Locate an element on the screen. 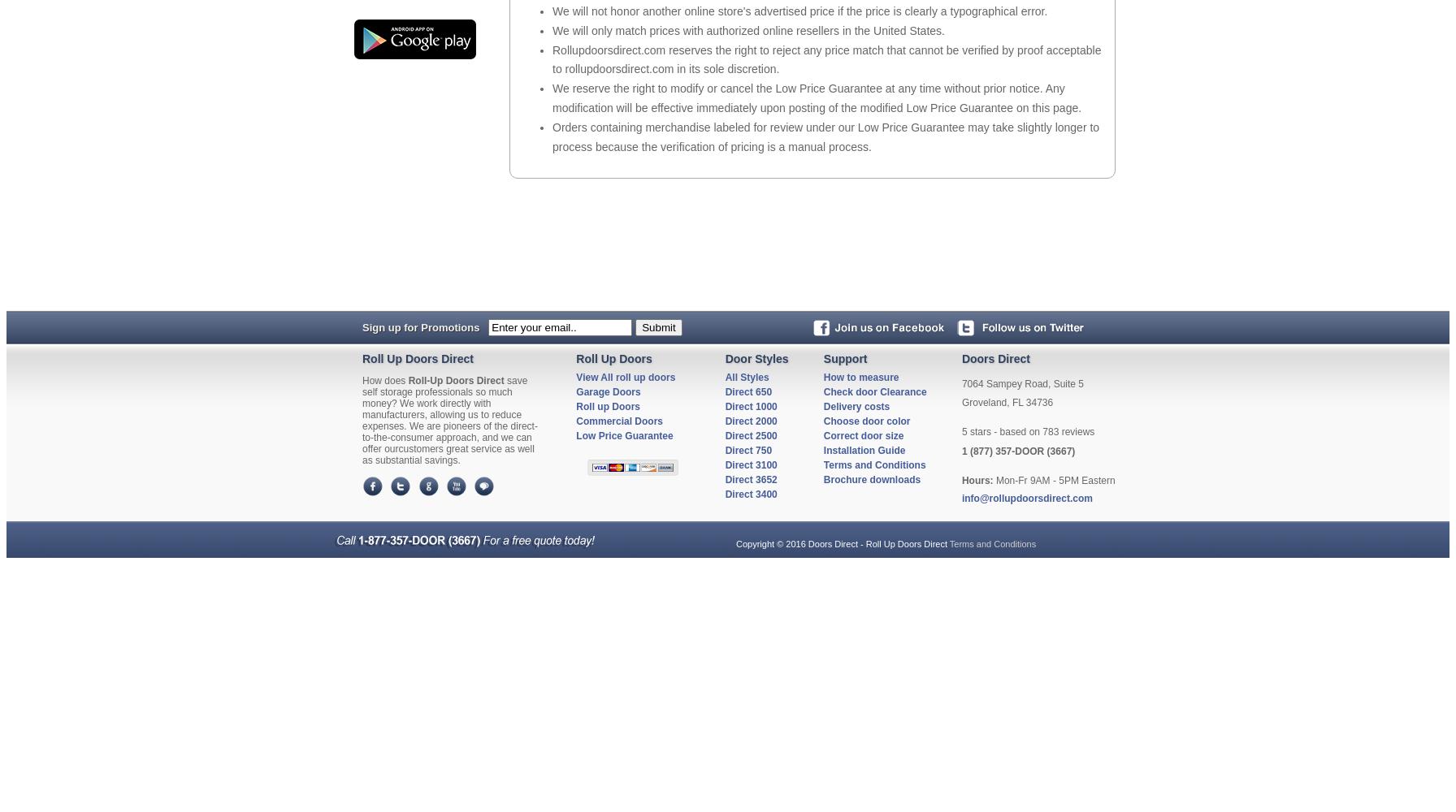 The image size is (1456, 812). 'Doors Direct' is located at coordinates (995, 357).